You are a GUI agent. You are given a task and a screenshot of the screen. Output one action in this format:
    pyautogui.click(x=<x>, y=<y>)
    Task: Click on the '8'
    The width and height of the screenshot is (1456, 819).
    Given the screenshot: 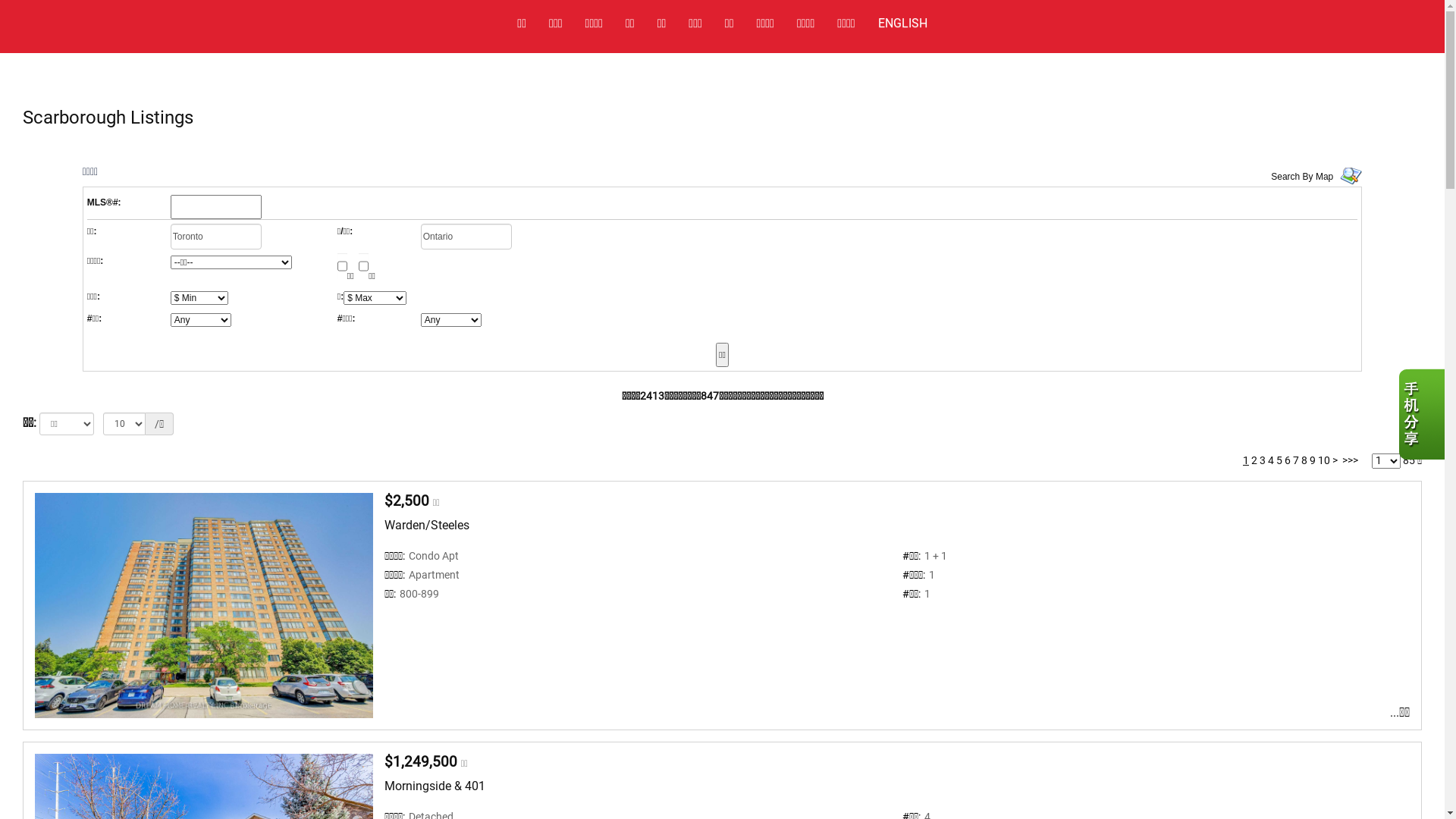 What is the action you would take?
    pyautogui.click(x=1303, y=459)
    